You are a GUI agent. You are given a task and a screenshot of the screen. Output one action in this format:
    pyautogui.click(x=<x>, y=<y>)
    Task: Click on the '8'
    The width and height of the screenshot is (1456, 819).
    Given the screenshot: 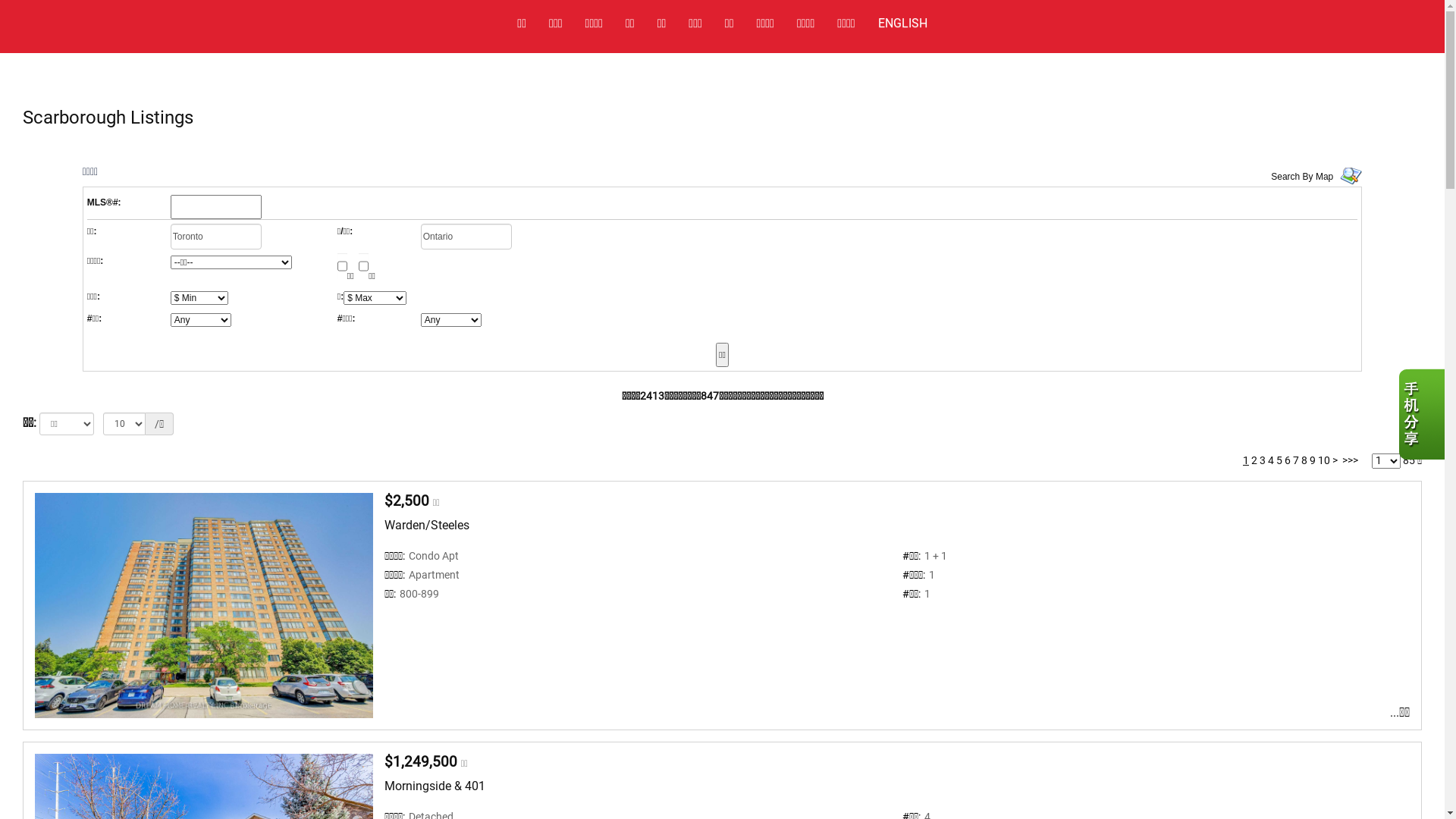 What is the action you would take?
    pyautogui.click(x=1303, y=459)
    